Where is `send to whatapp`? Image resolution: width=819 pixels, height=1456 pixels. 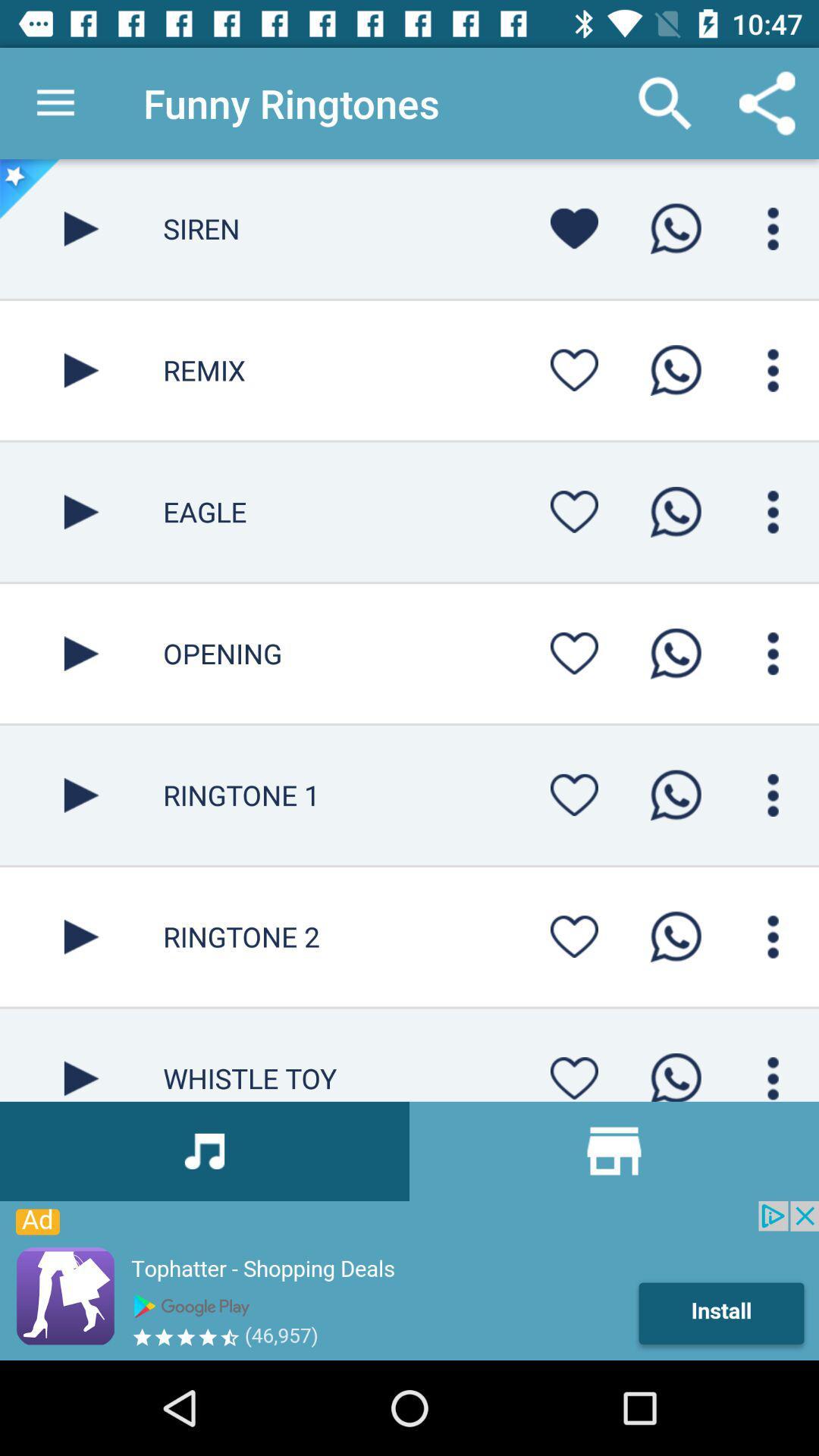
send to whatapp is located at coordinates (675, 794).